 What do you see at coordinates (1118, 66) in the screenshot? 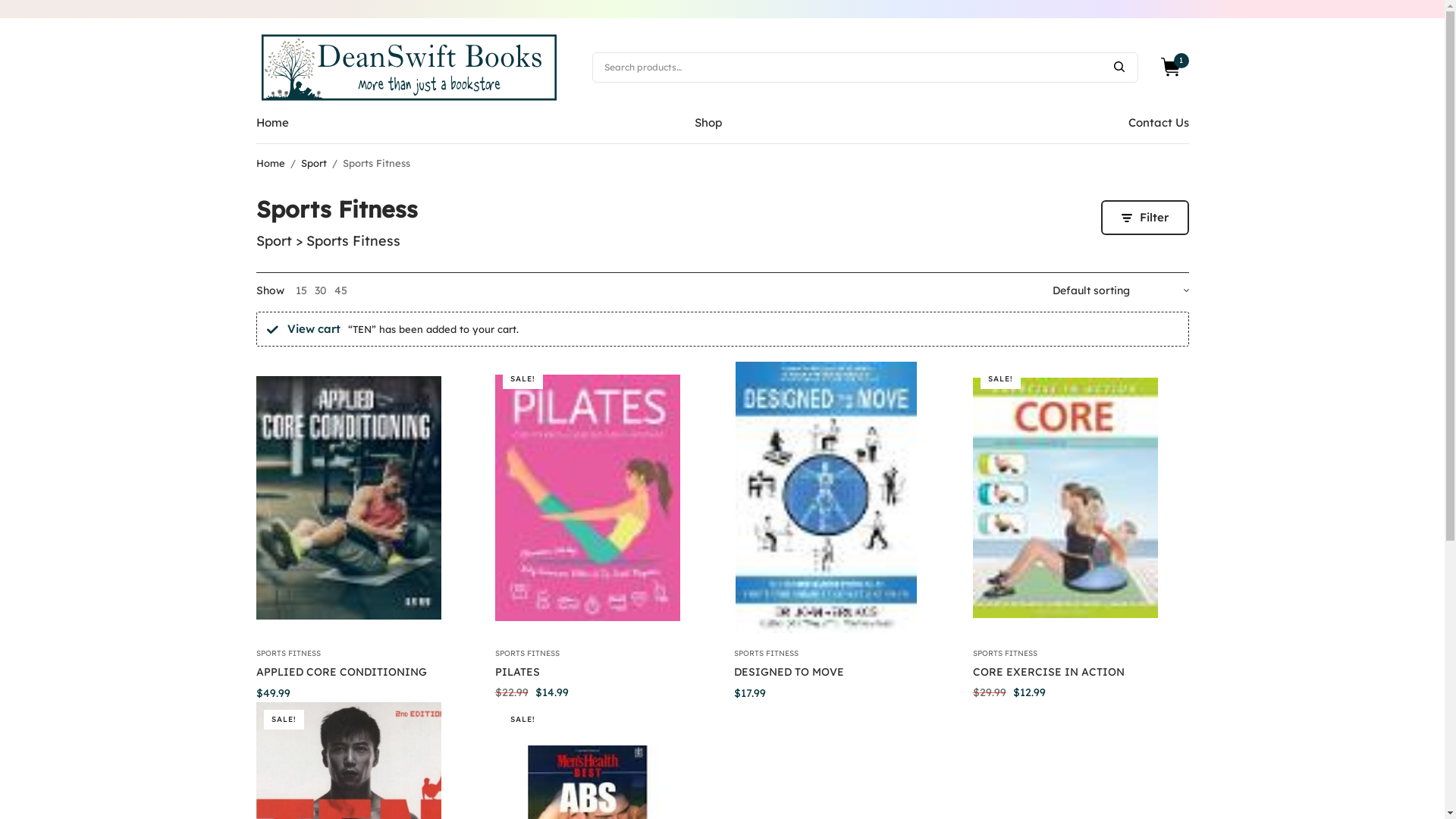
I see `'Search'` at bounding box center [1118, 66].